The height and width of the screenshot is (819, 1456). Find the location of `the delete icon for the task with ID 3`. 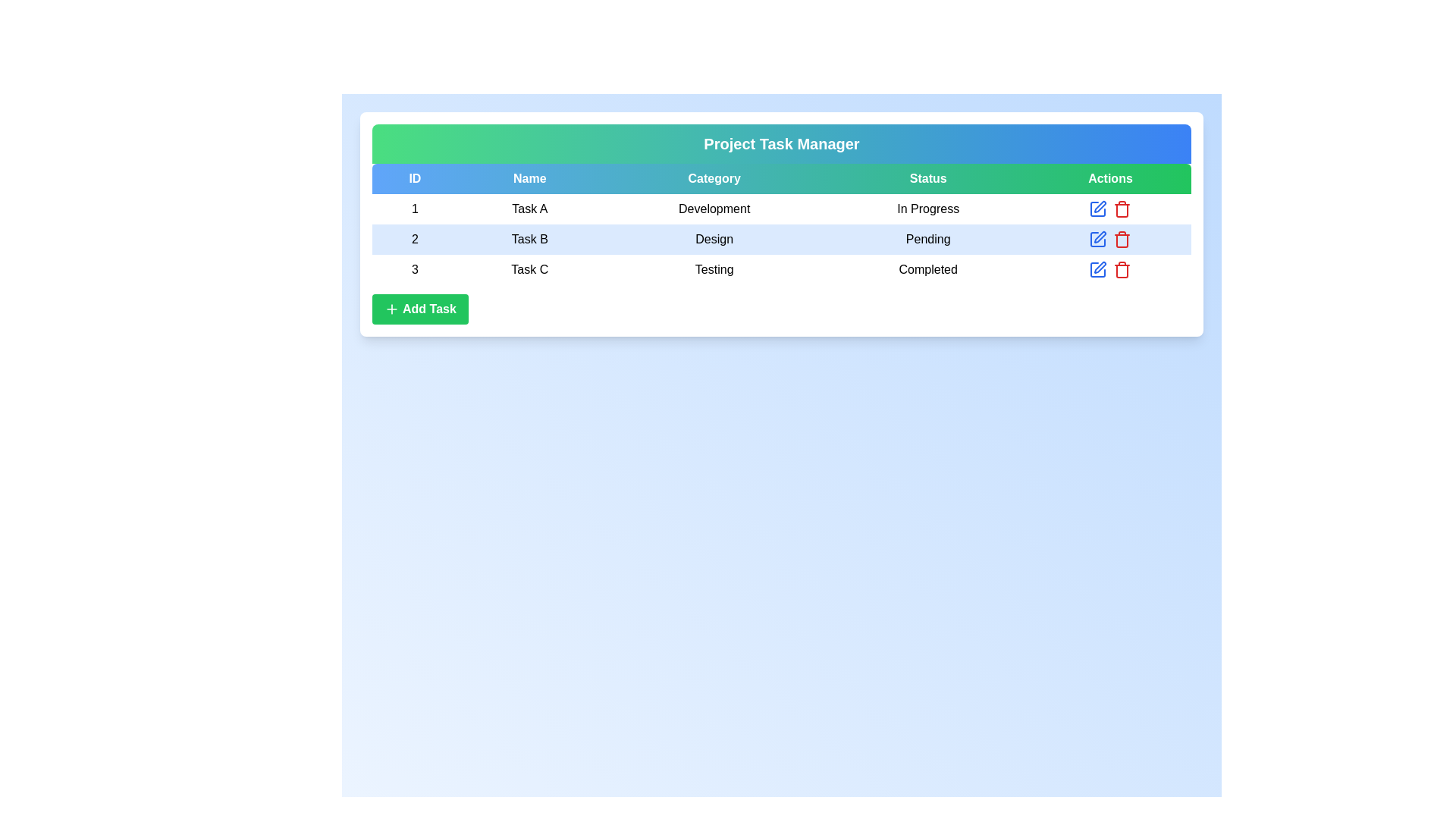

the delete icon for the task with ID 3 is located at coordinates (1122, 268).